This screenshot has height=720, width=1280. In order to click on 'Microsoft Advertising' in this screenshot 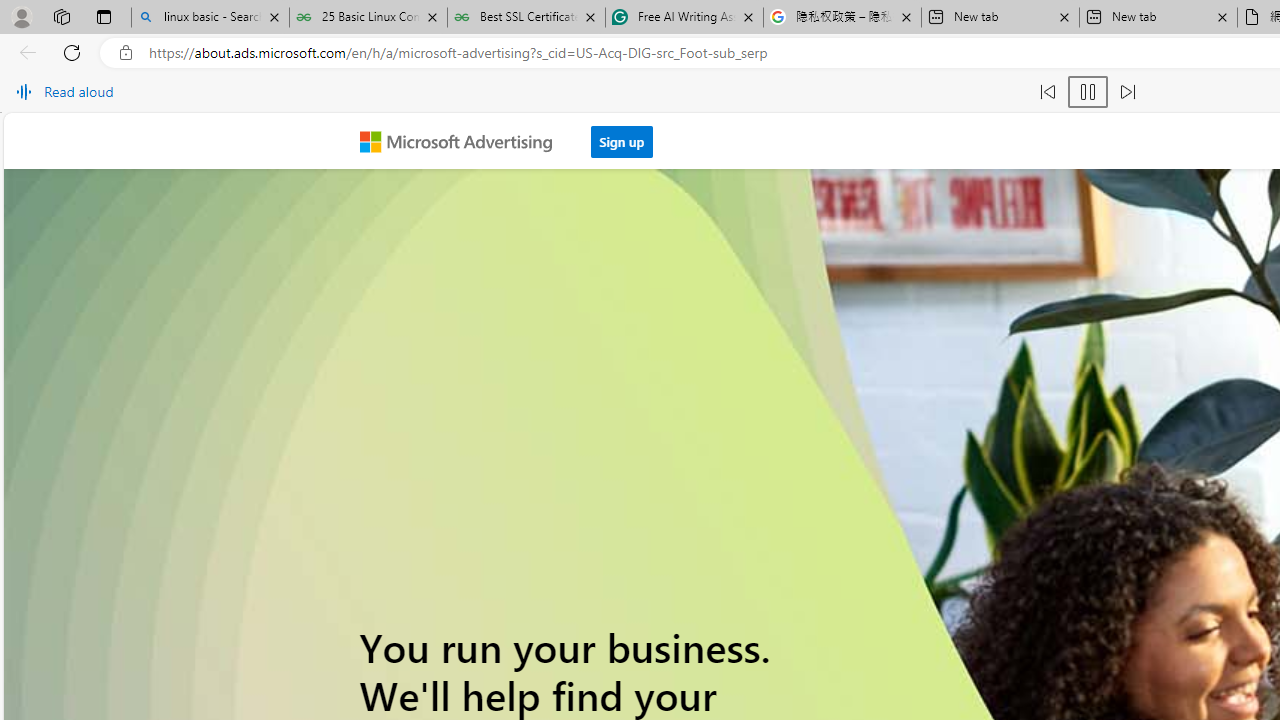, I will do `click(463, 139)`.